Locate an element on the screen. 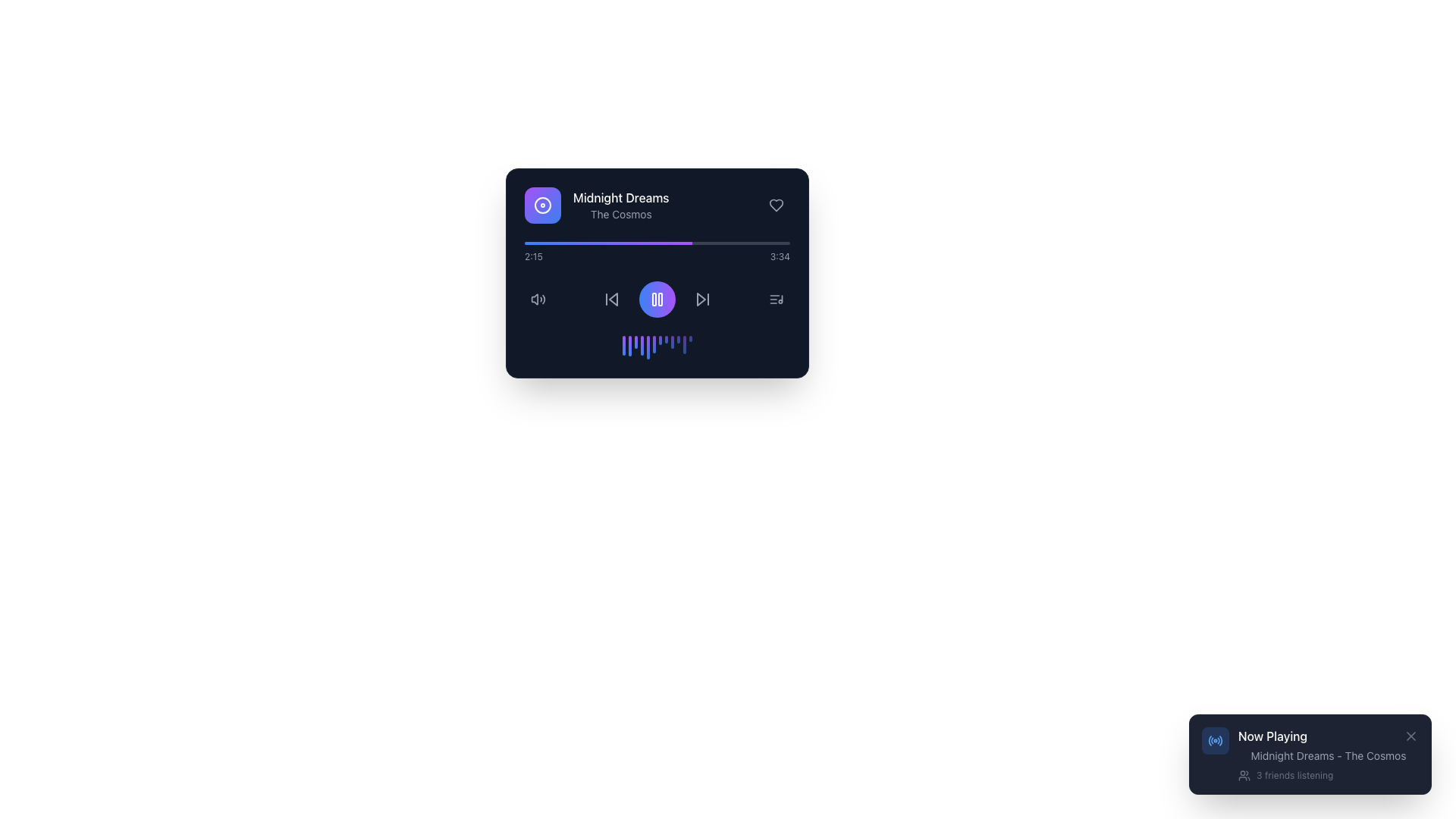 The width and height of the screenshot is (1456, 819). the Text Label that displays the title of the currently playing media, positioned in the middle section of the 'Now Playing' widget, below the heading 'Now Playing' is located at coordinates (1328, 755).